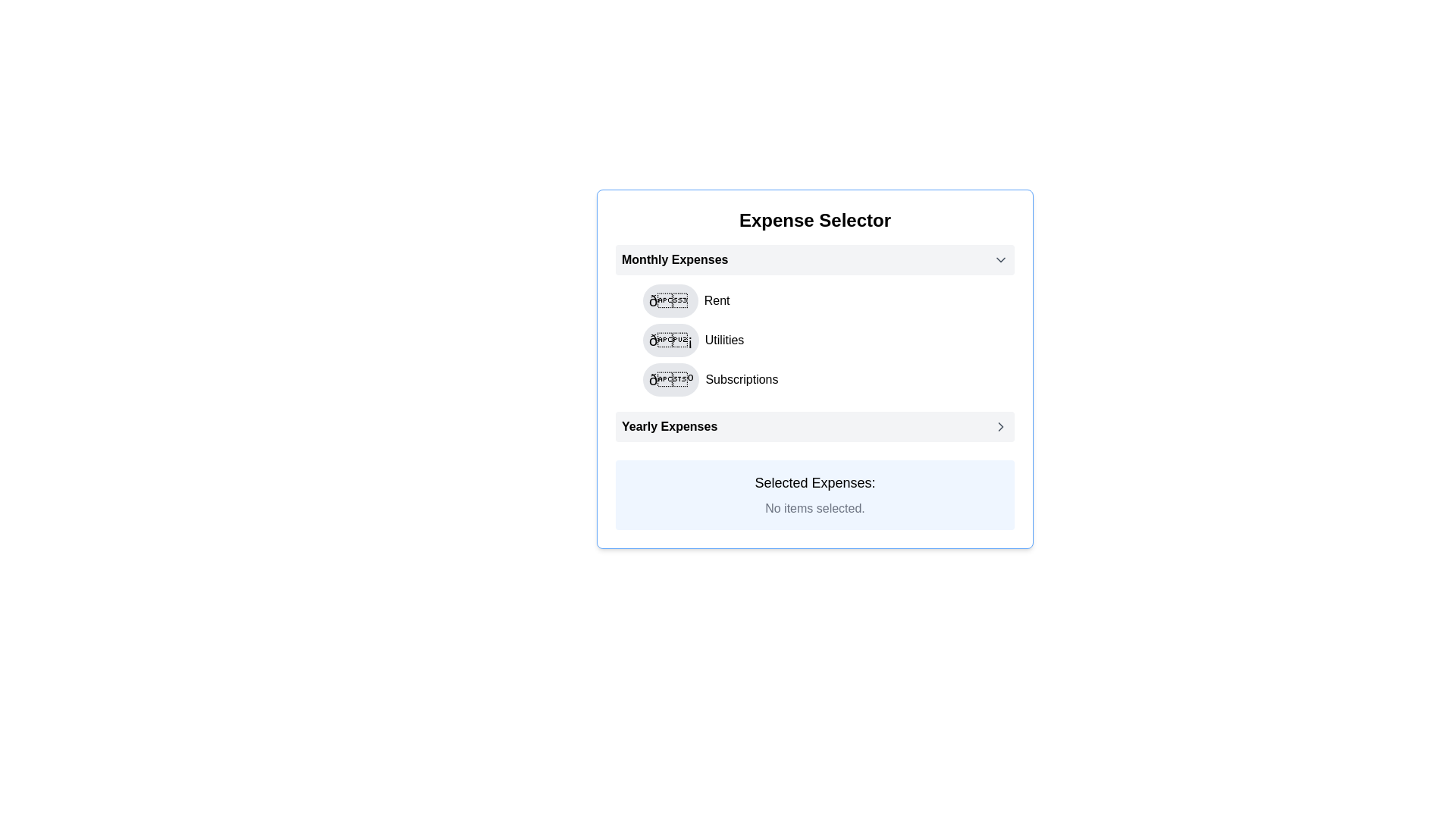  What do you see at coordinates (826, 301) in the screenshot?
I see `the first selectable item labeled 'Rent' in the 'Monthly Expenses' section of the Expense Selector` at bounding box center [826, 301].